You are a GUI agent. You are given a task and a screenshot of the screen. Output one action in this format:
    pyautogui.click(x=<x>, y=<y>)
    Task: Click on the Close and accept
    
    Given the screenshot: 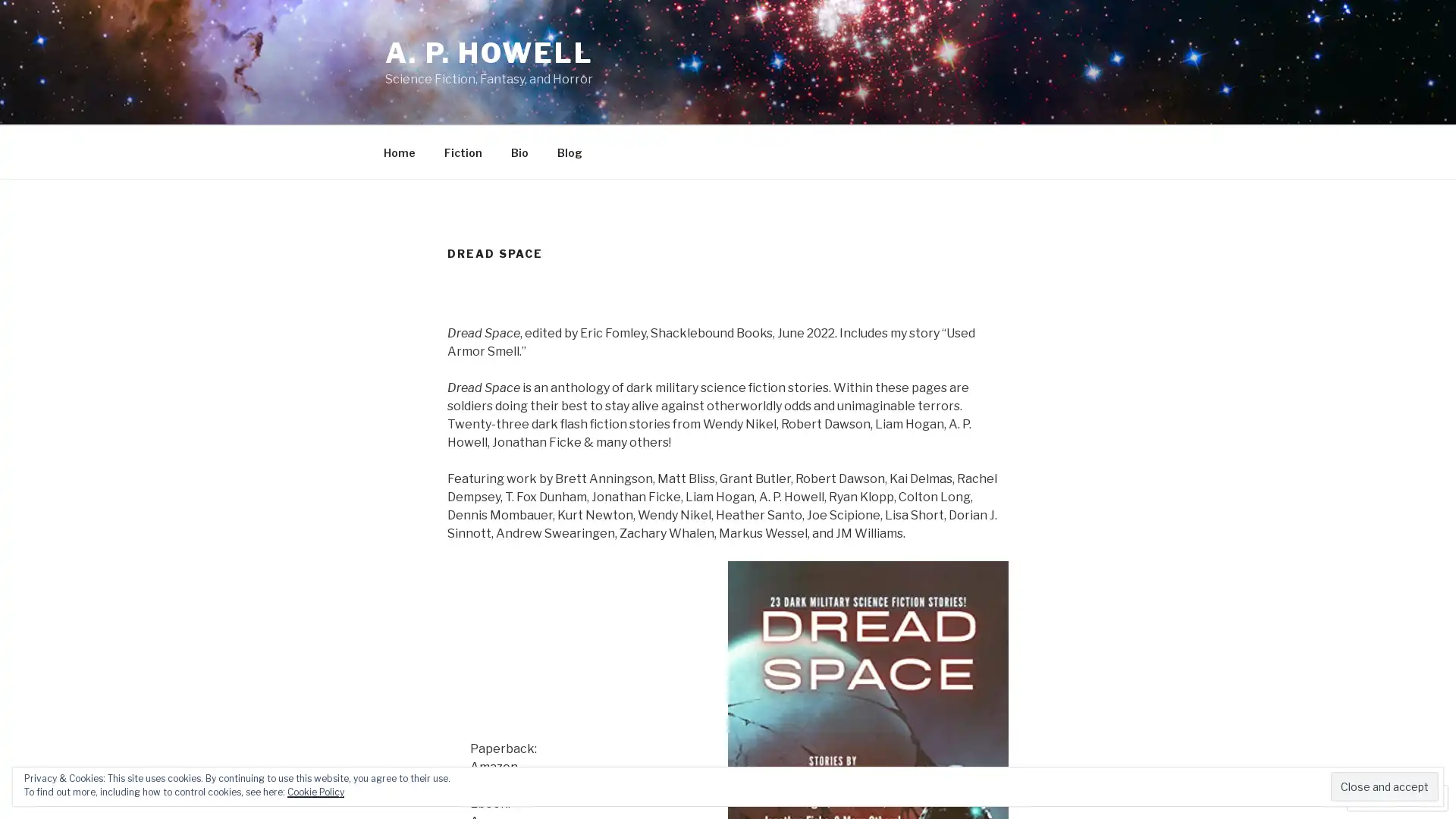 What is the action you would take?
    pyautogui.click(x=1384, y=786)
    